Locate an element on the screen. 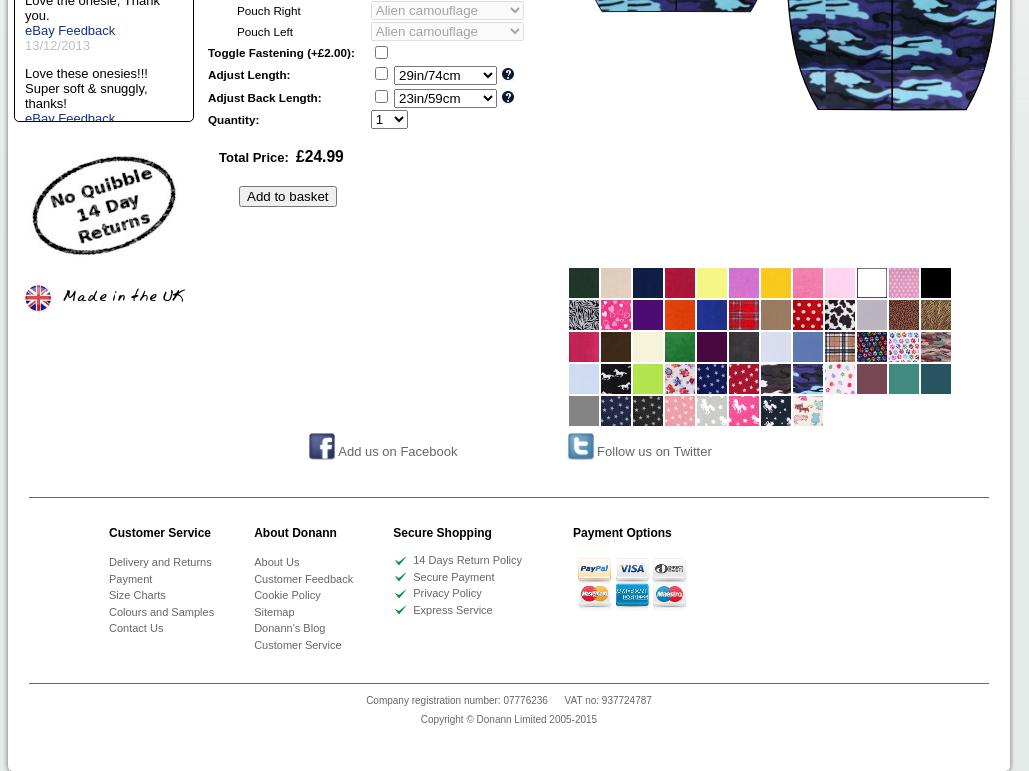 The width and height of the screenshot is (1029, 771). 'Cookie Policy' is located at coordinates (285, 594).